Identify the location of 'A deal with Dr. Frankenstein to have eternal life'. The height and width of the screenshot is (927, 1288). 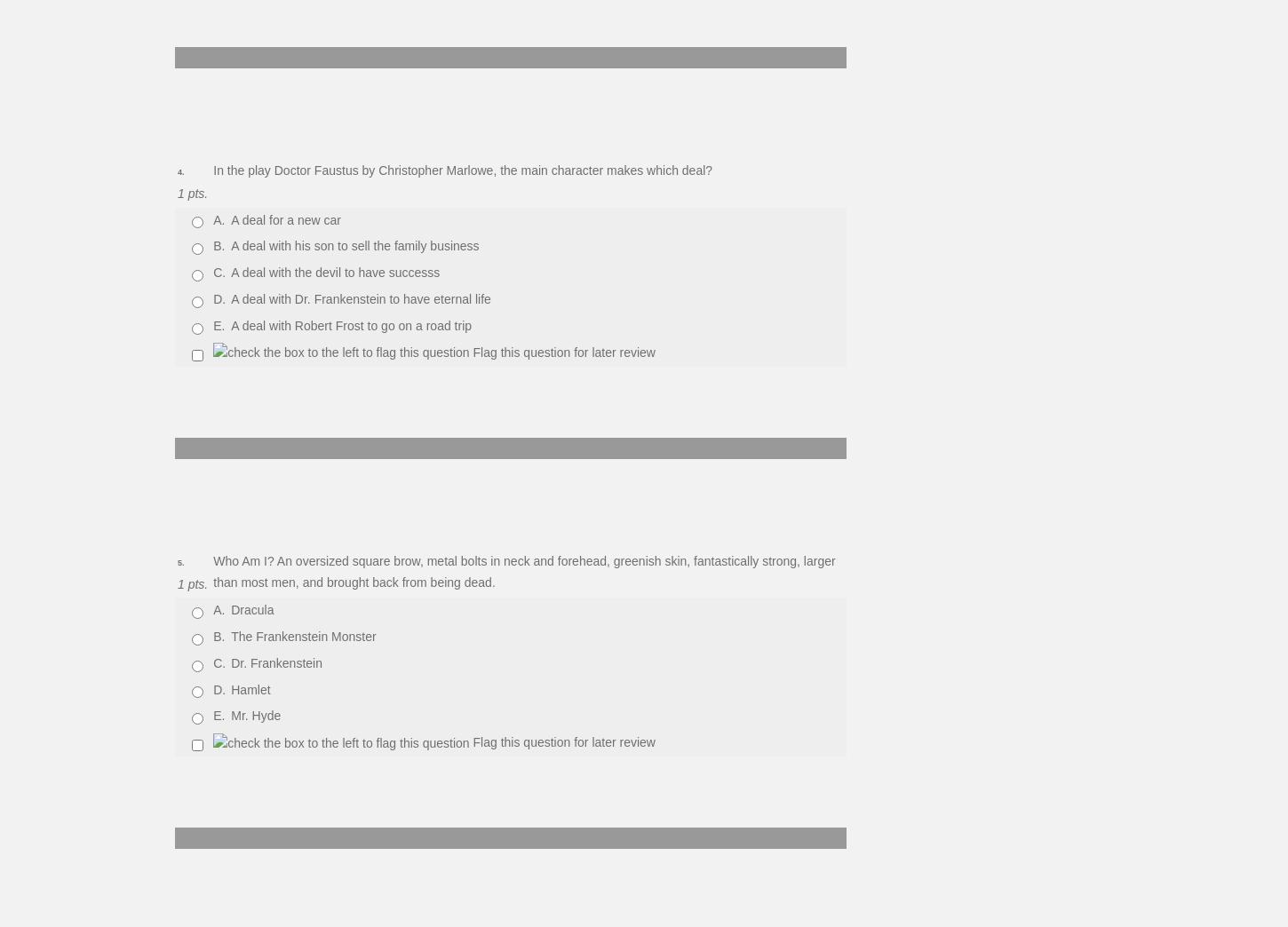
(360, 297).